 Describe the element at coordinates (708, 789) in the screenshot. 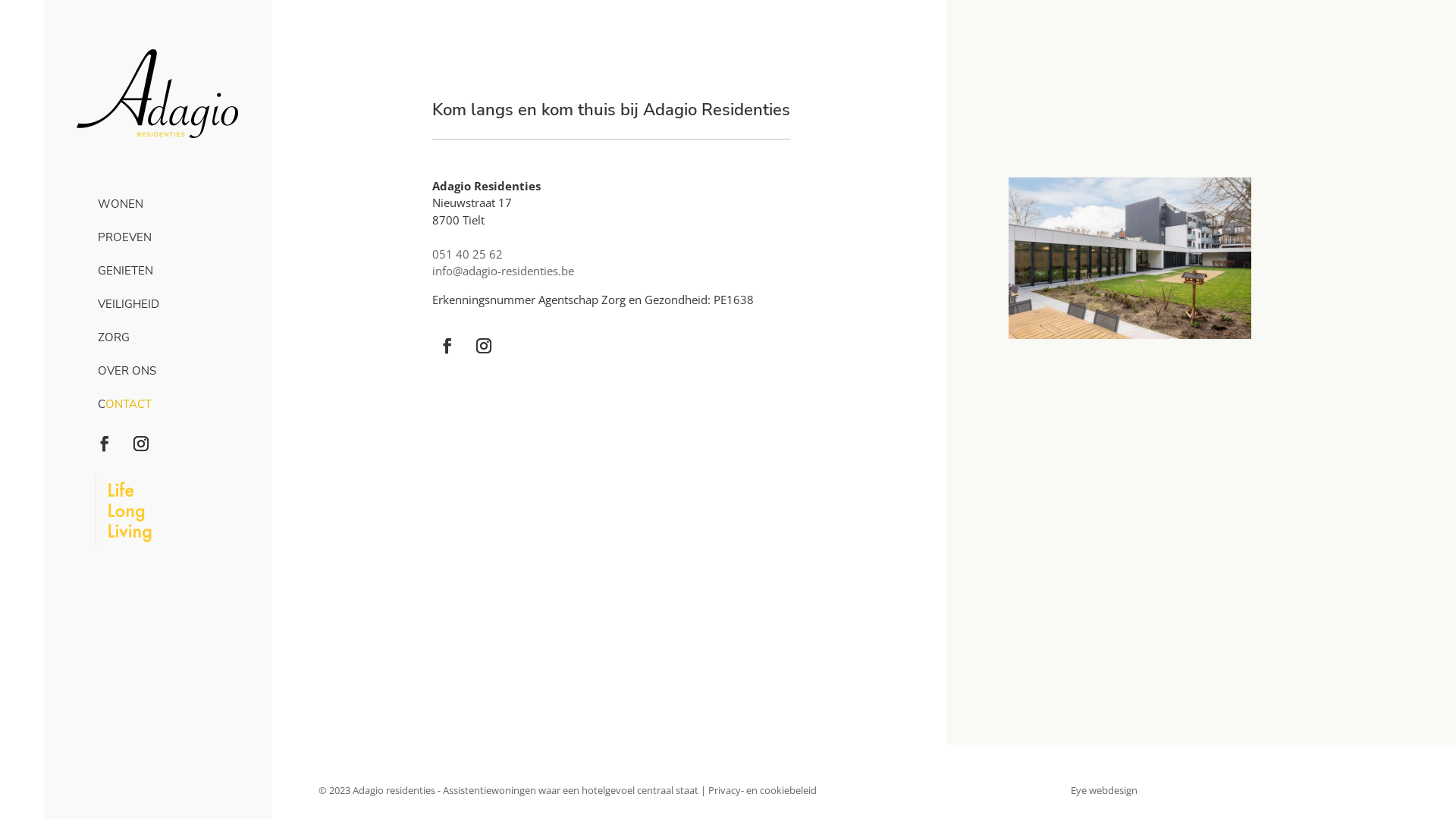

I see `'Privacy- en cookiebeleid'` at that location.